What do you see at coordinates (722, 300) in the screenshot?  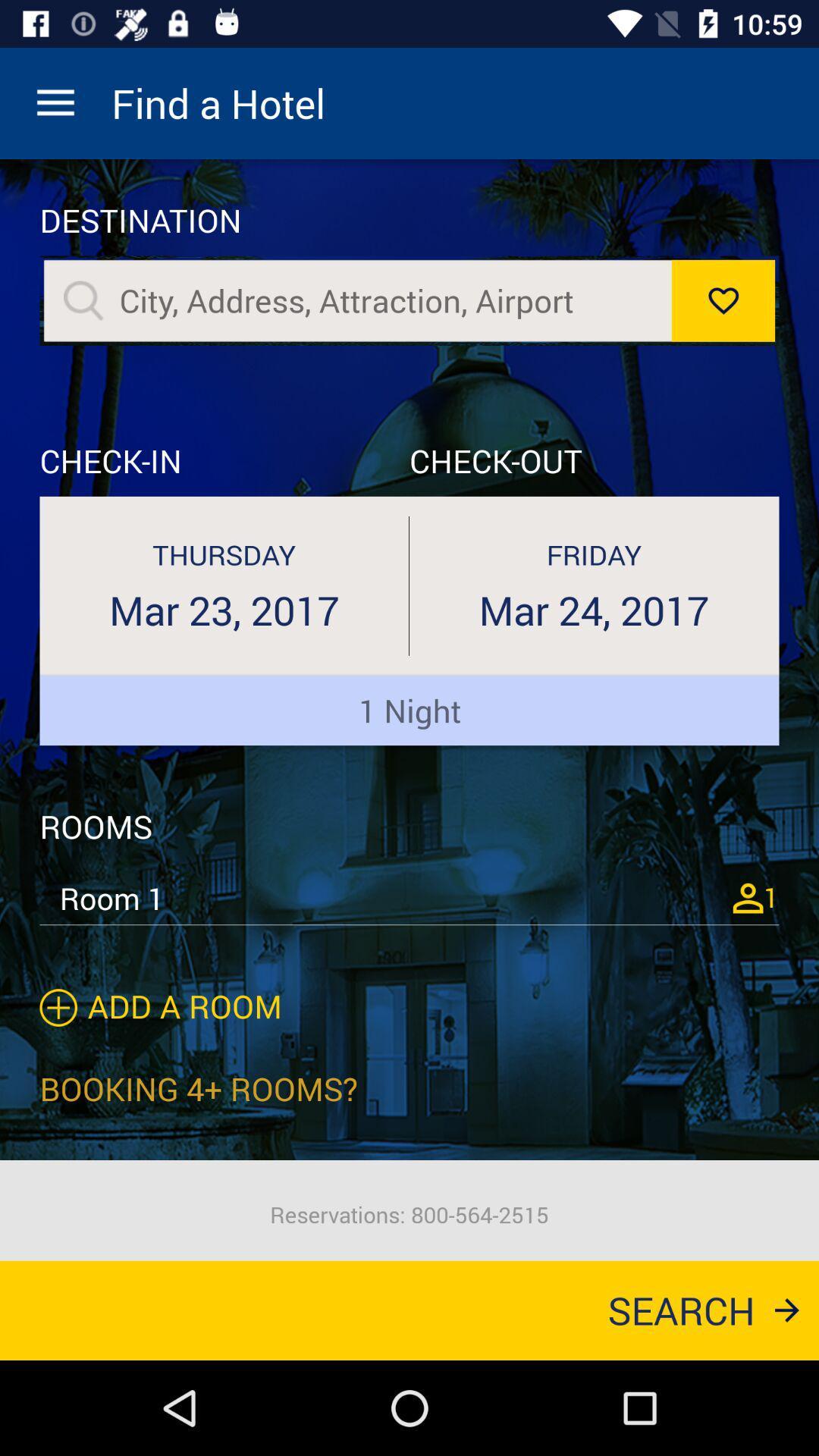 I see `like button` at bounding box center [722, 300].